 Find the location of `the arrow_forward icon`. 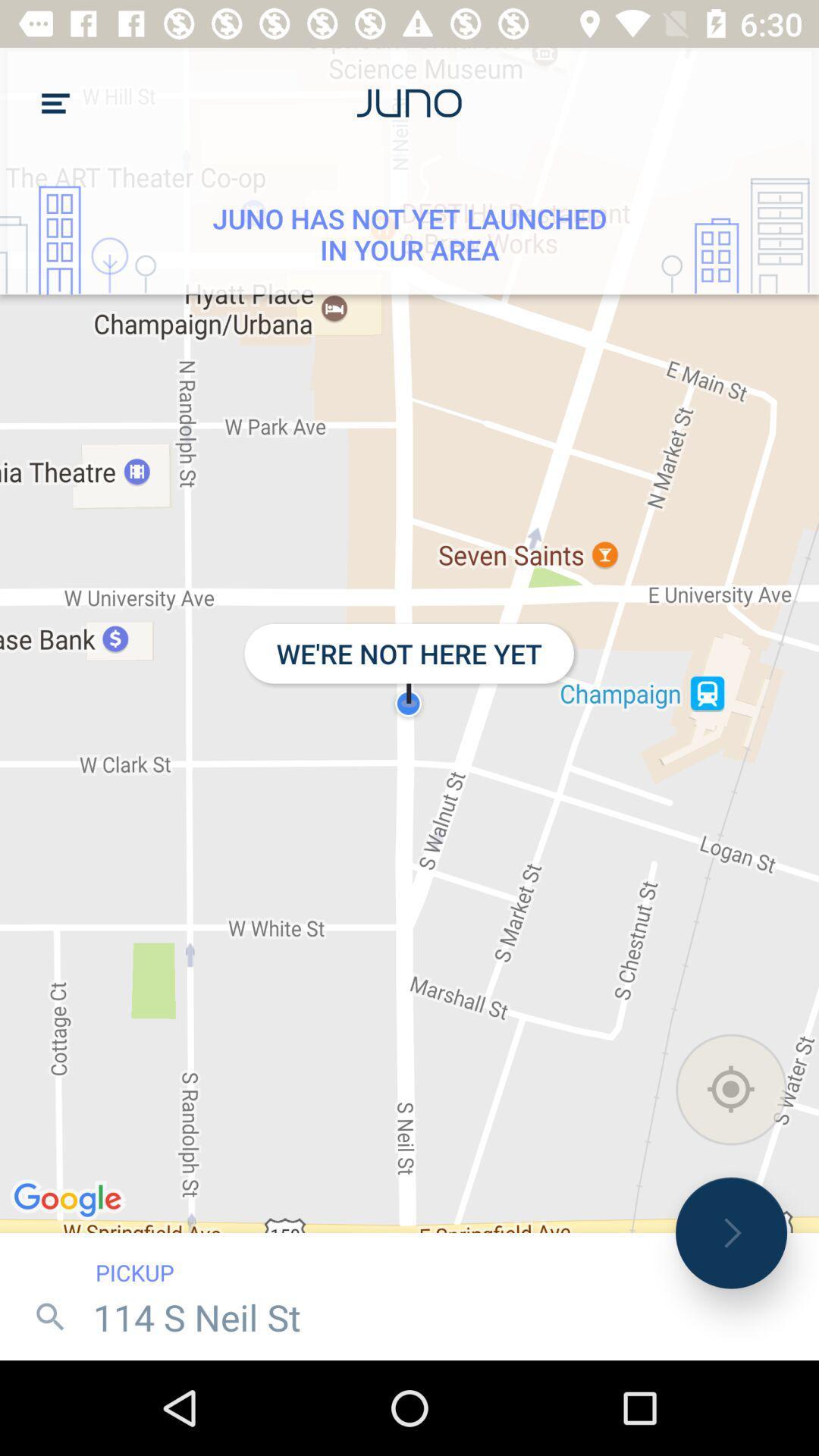

the arrow_forward icon is located at coordinates (730, 1233).